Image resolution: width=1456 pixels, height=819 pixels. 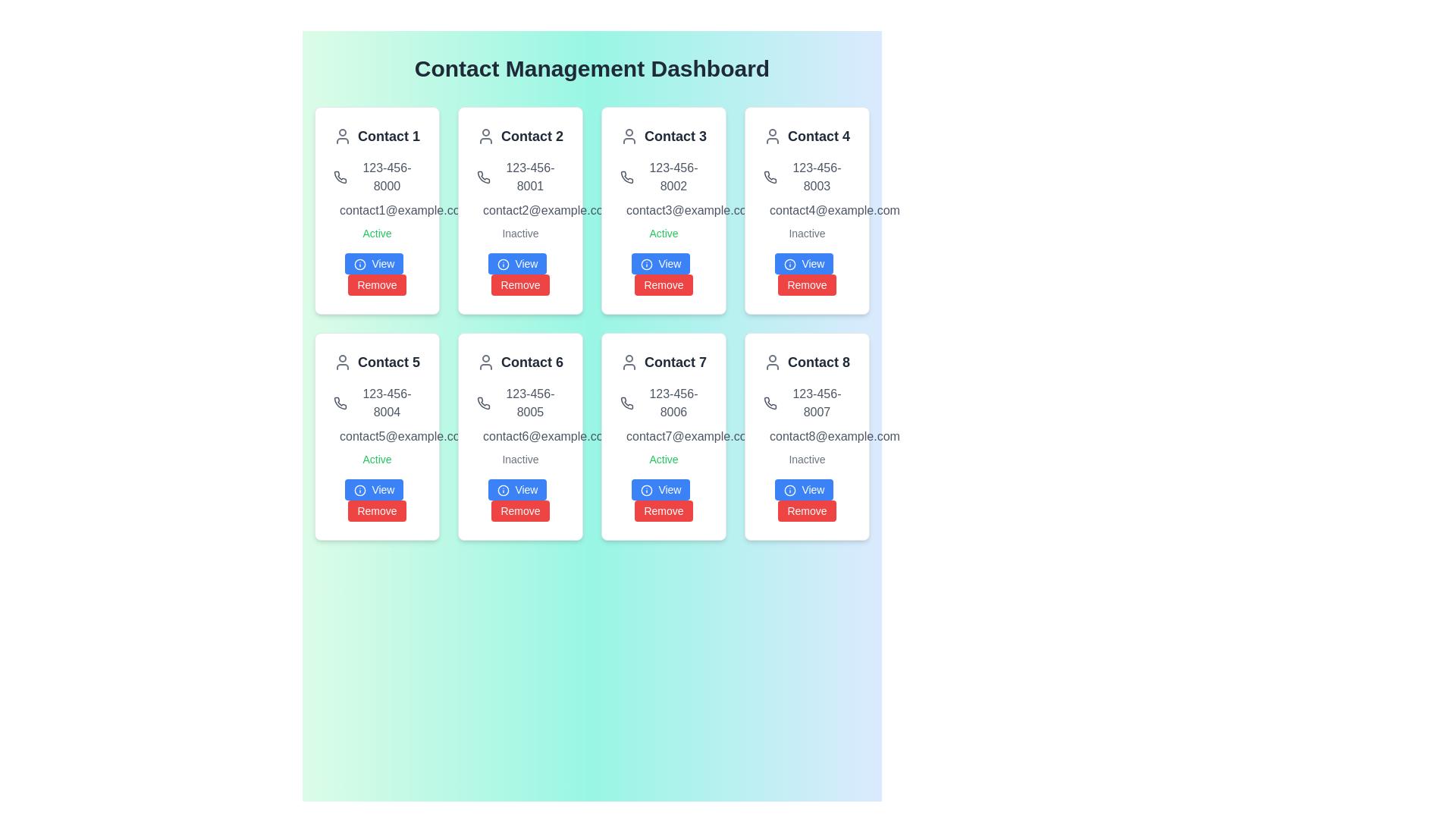 I want to click on the phone number text element for Contact 8, which is located below 'Contact 8' and above 'contact8@example.com' in the bottom-right card of the grid layout, so click(x=806, y=403).